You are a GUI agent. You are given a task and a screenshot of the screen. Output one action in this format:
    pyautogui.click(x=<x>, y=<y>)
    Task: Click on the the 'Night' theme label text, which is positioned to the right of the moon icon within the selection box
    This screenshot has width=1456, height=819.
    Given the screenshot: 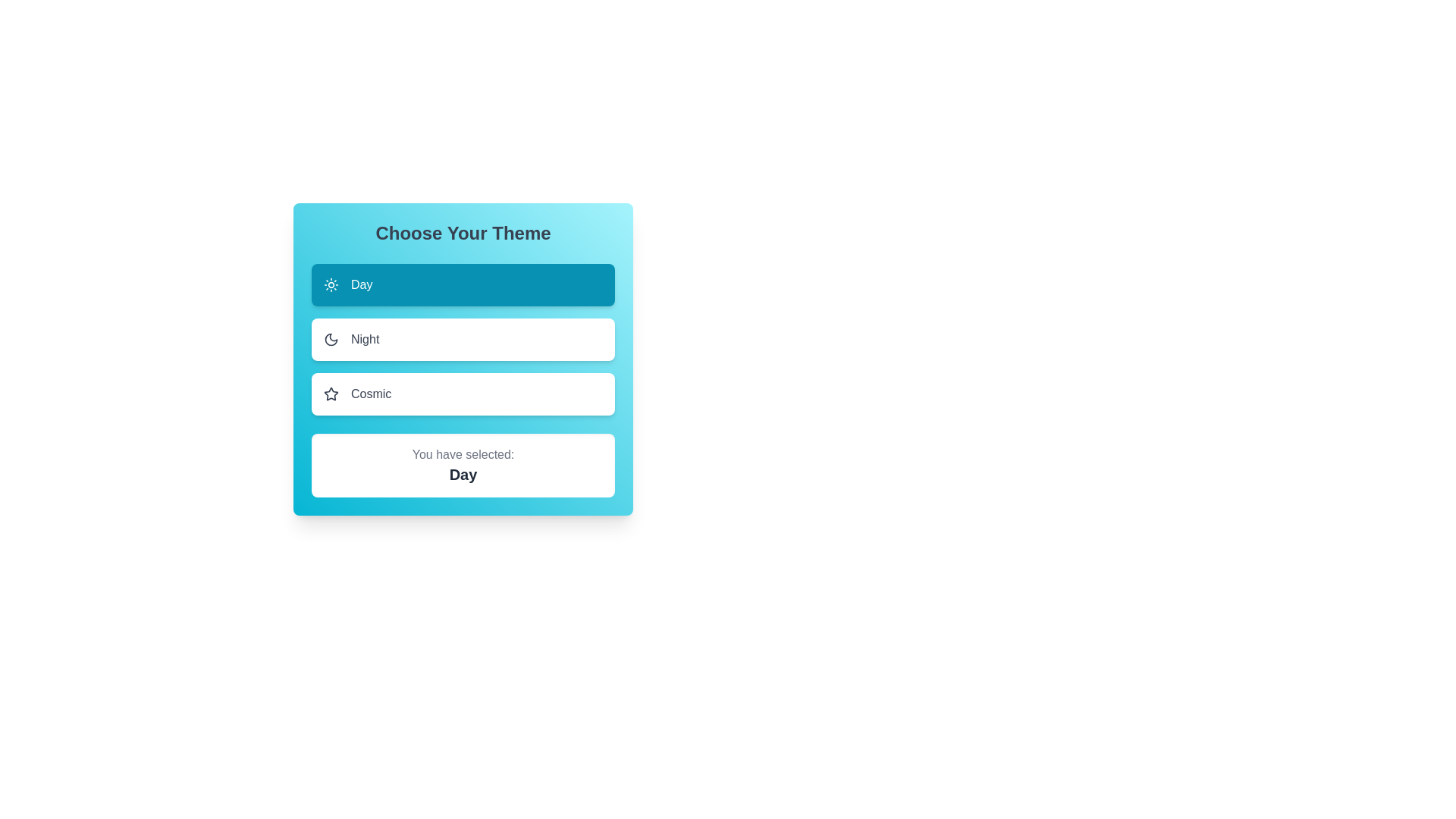 What is the action you would take?
    pyautogui.click(x=365, y=338)
    